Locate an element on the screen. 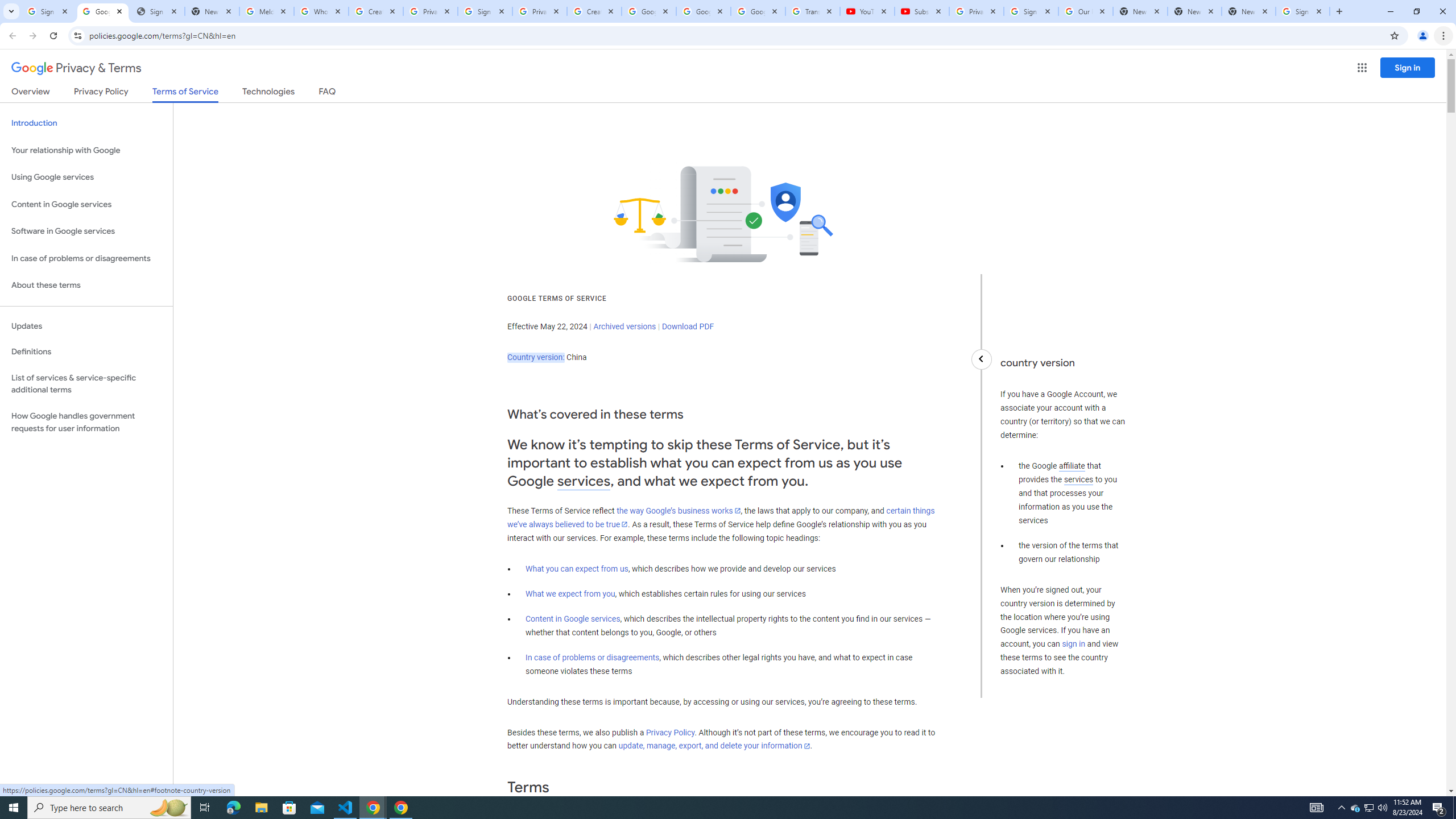  'Introduction' is located at coordinates (86, 122).